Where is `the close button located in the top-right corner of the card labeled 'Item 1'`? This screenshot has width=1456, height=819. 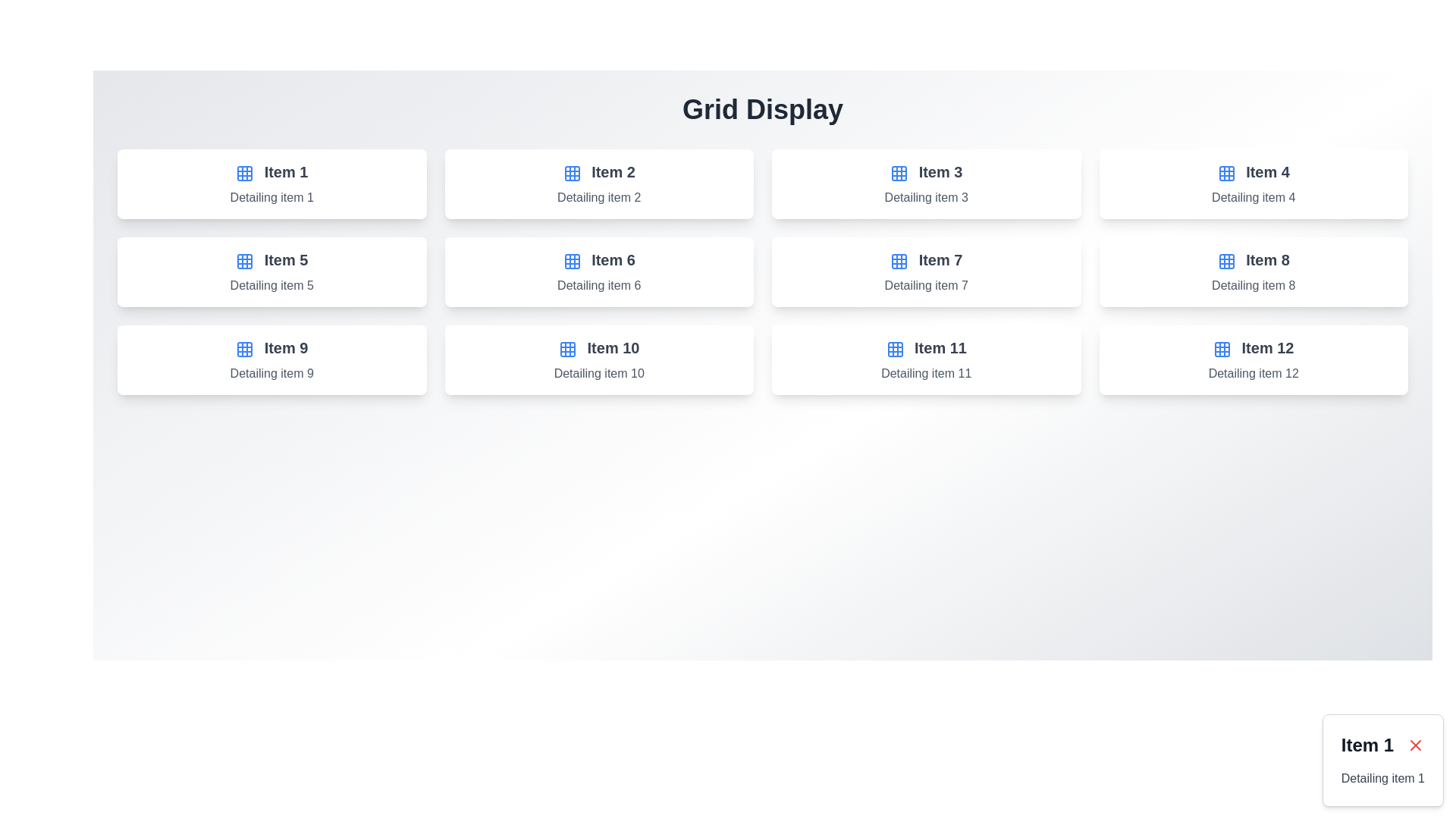
the close button located in the top-right corner of the card labeled 'Item 1' is located at coordinates (1415, 745).